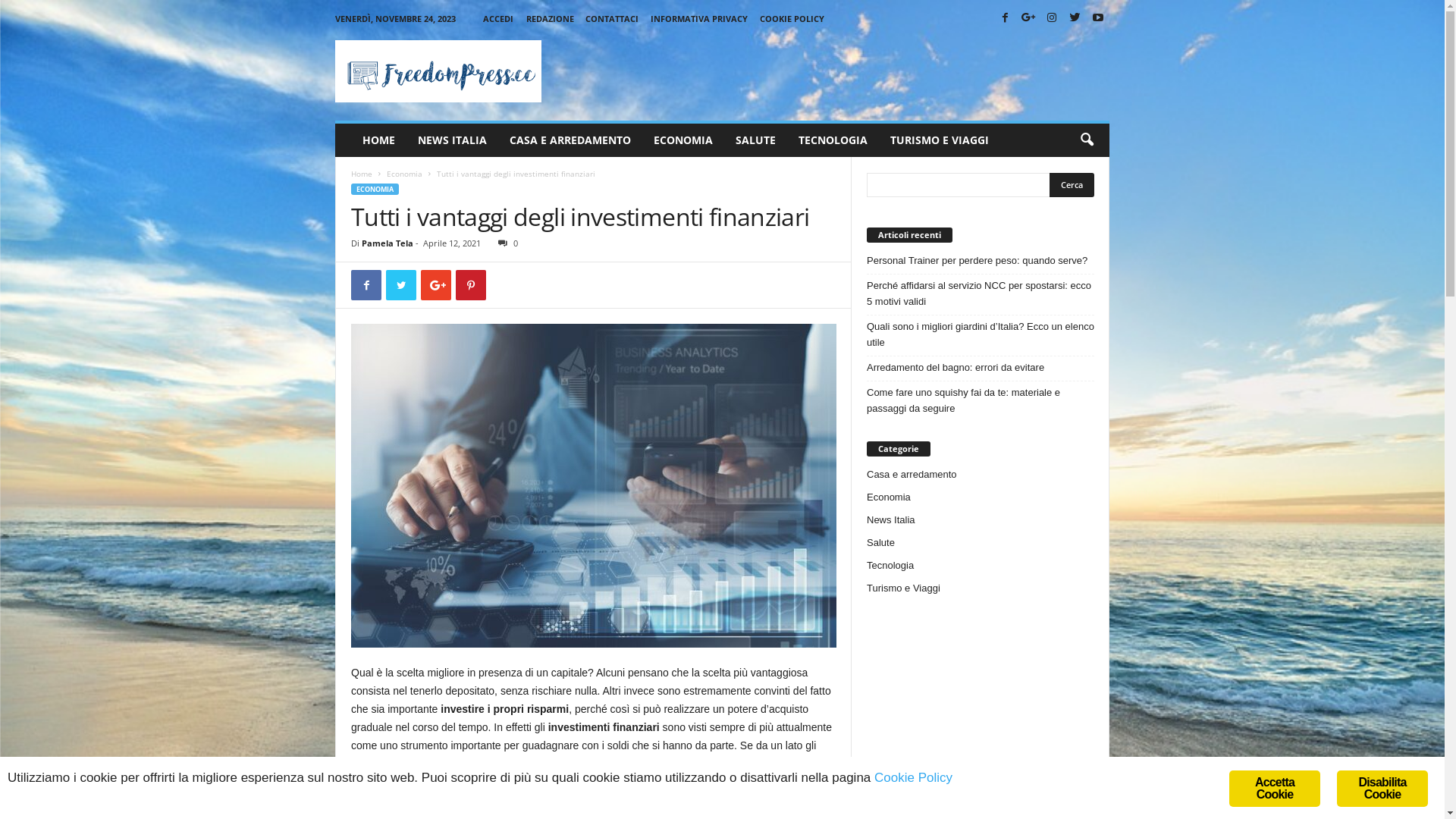 This screenshot has width=1456, height=819. What do you see at coordinates (866, 565) in the screenshot?
I see `'Tecnologia'` at bounding box center [866, 565].